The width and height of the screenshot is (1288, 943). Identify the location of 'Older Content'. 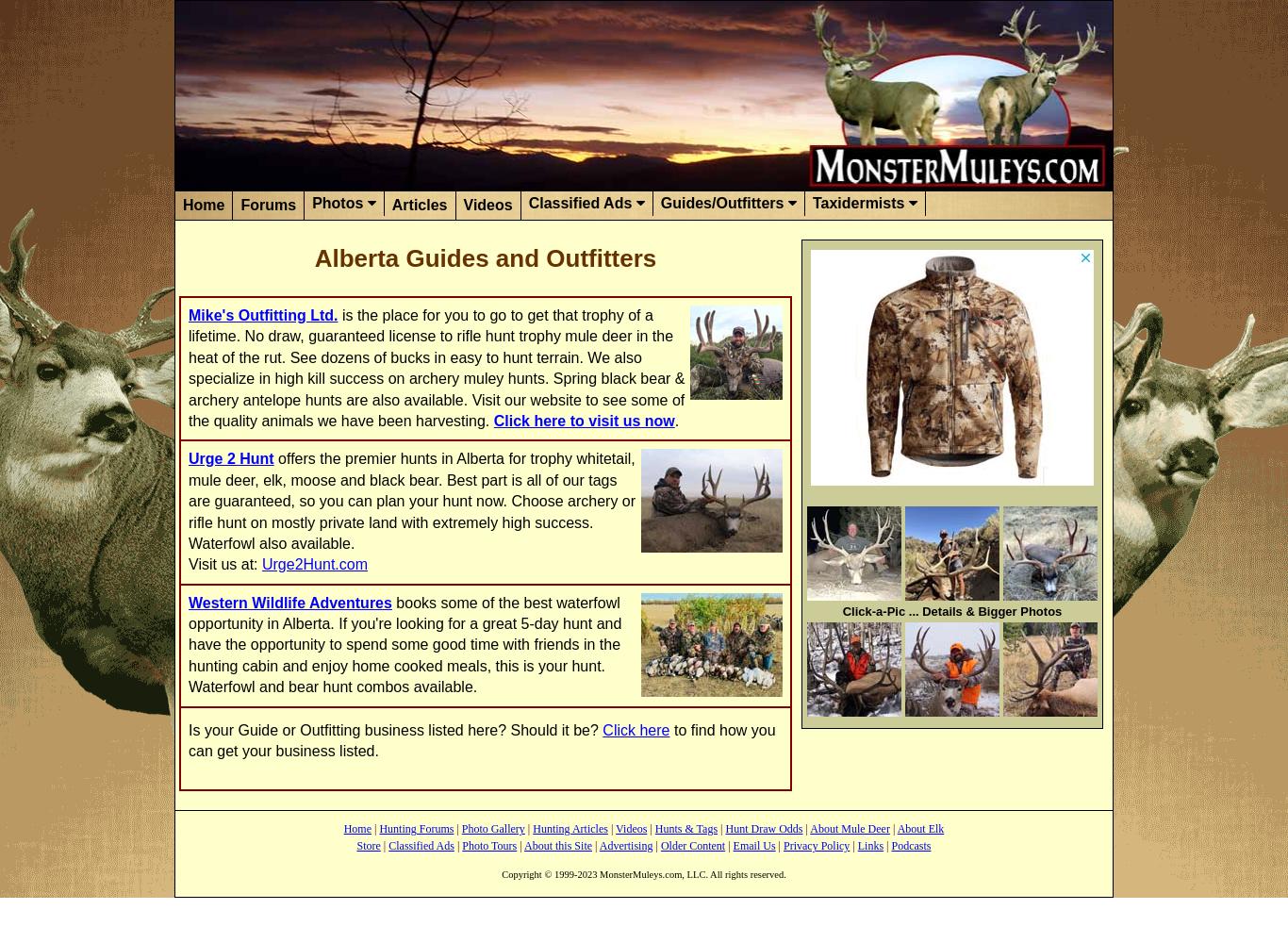
(692, 846).